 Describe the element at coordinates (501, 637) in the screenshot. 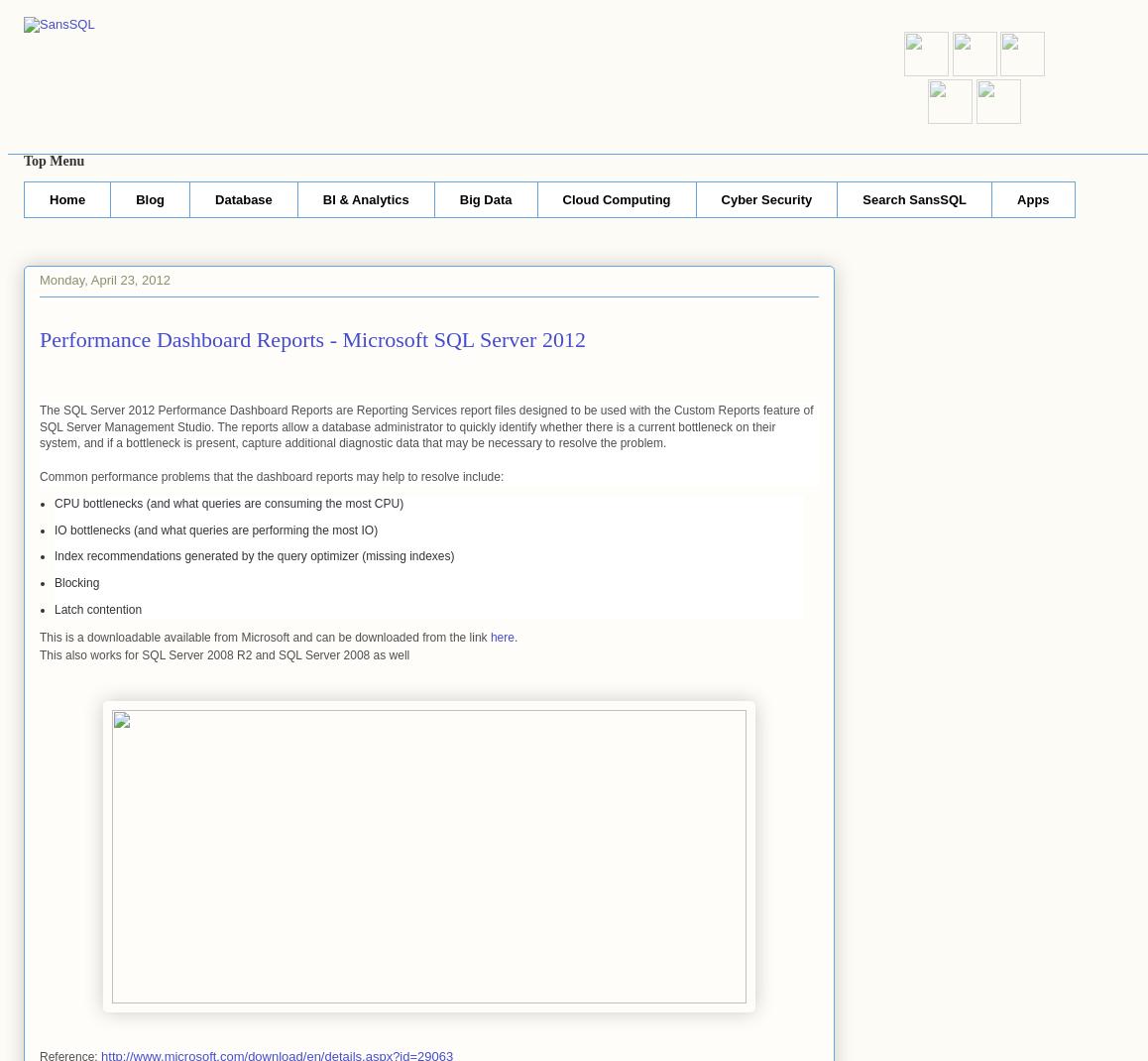

I see `'here'` at that location.